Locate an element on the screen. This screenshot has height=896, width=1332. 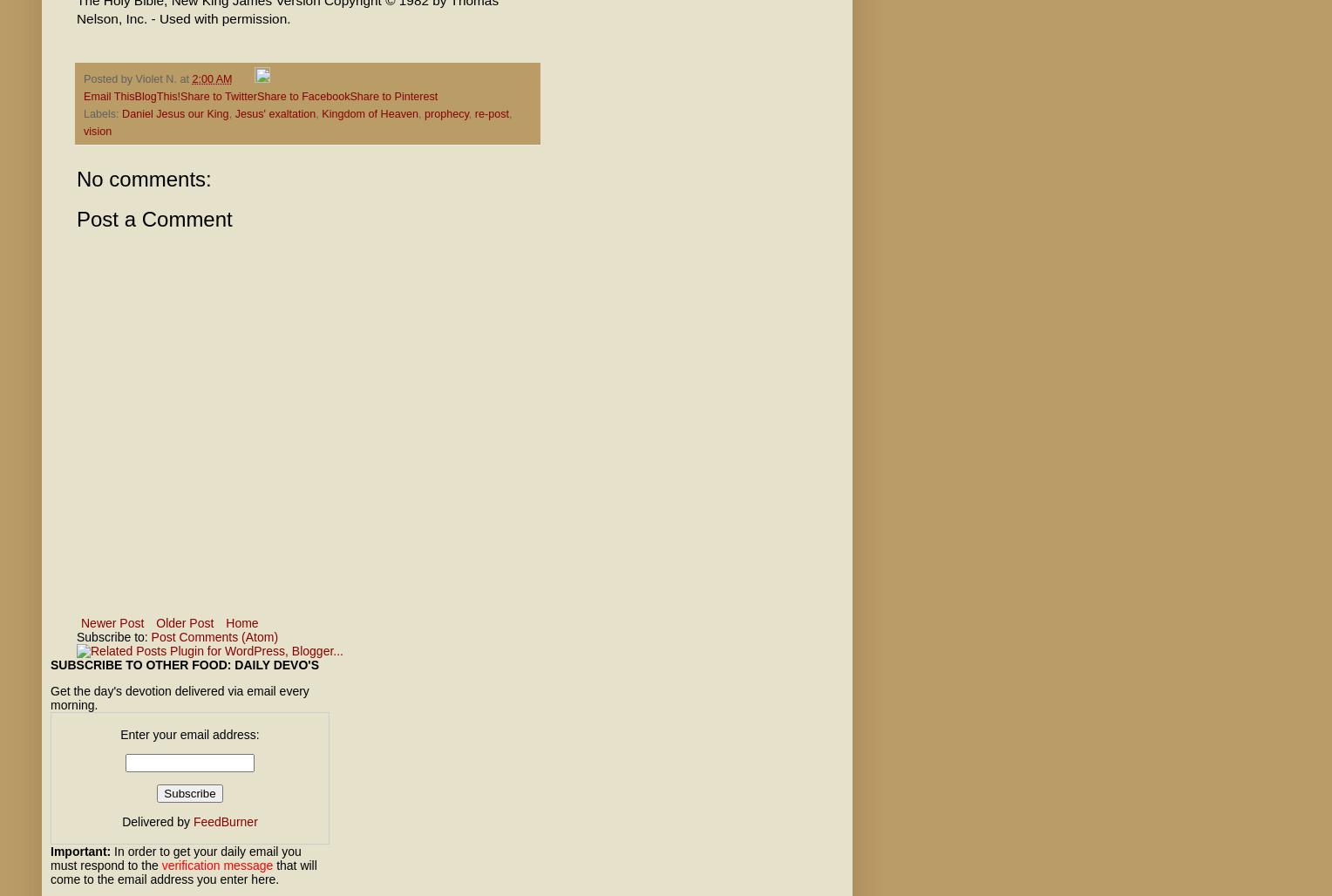
'Kingdom of Heaven' is located at coordinates (370, 113).